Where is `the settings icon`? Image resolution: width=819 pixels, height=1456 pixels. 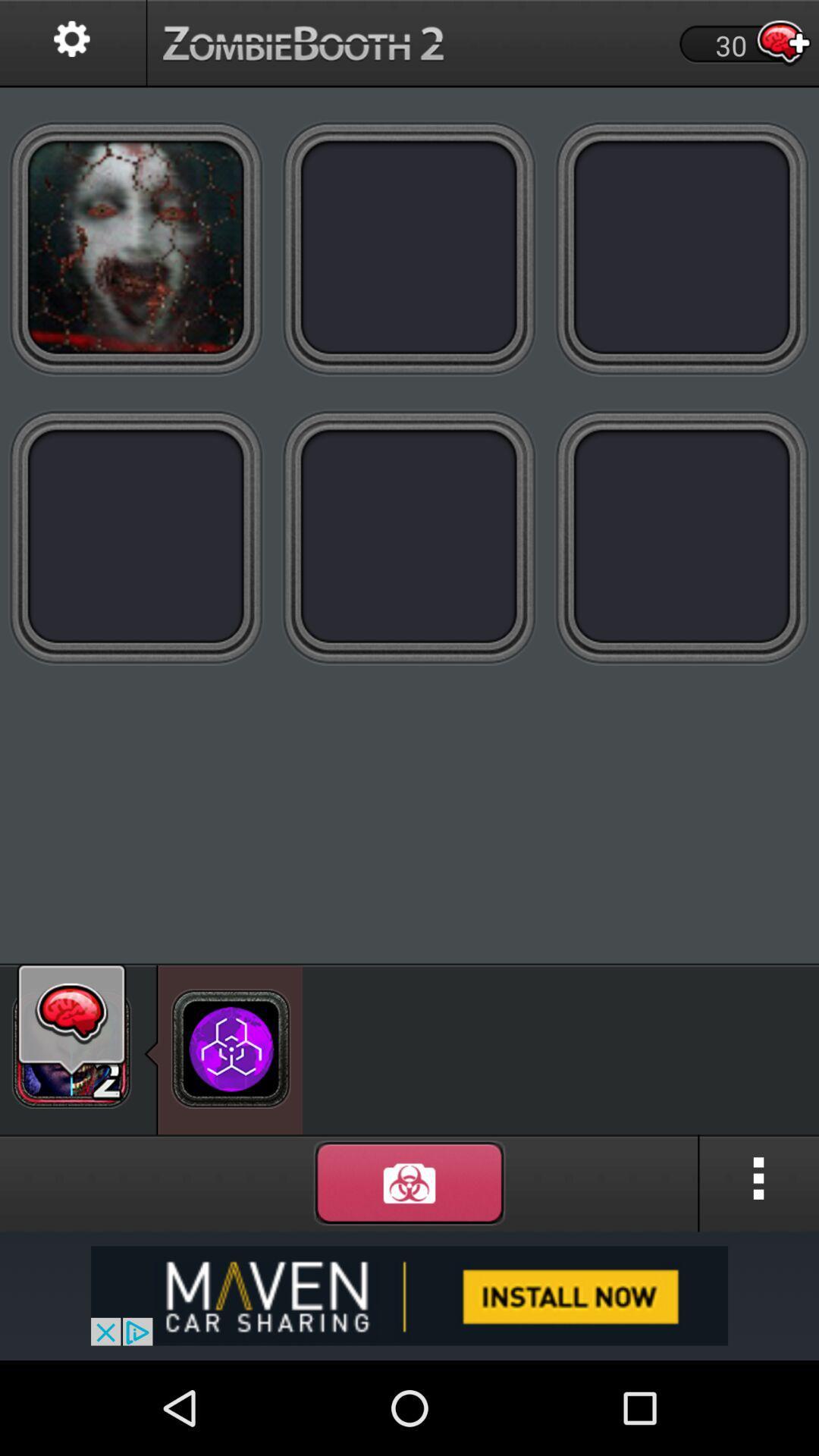 the settings icon is located at coordinates (73, 46).